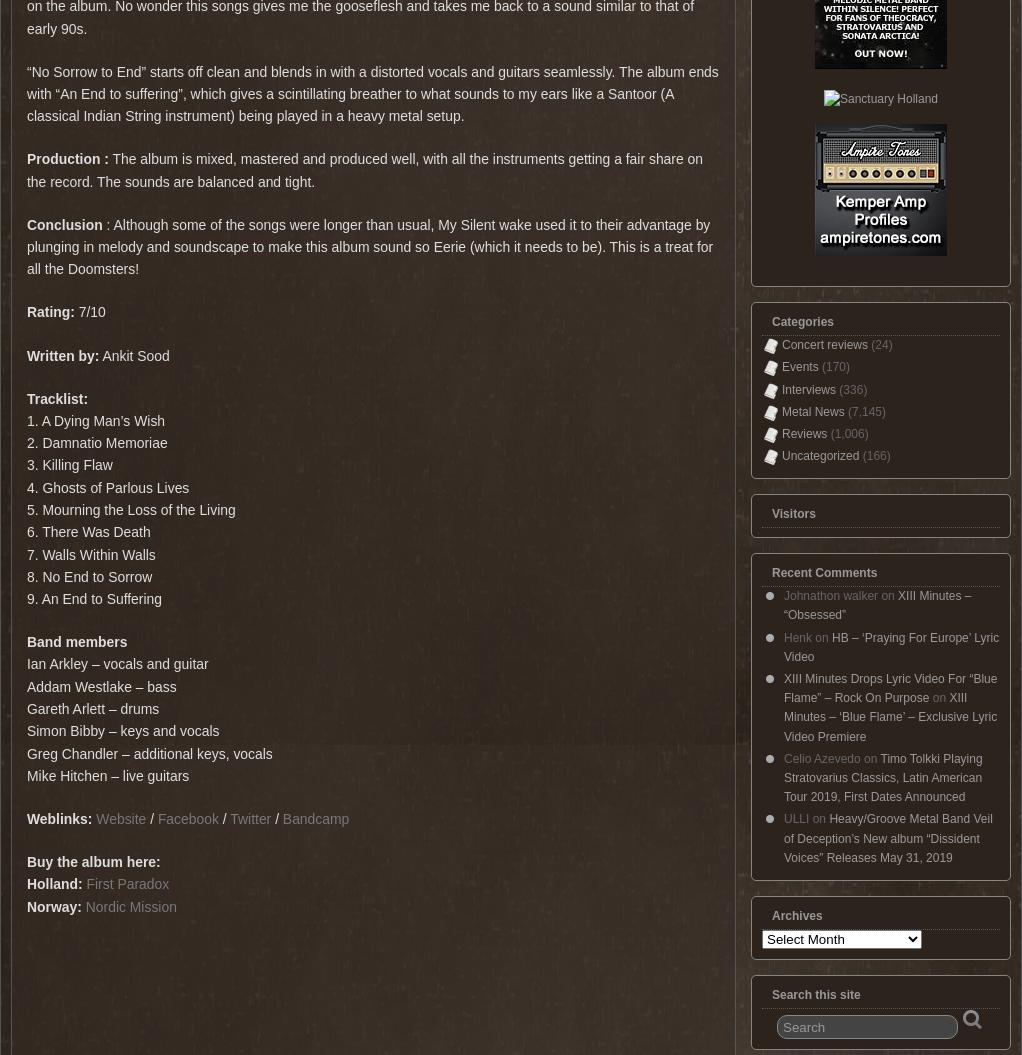 The image size is (1022, 1055). Describe the element at coordinates (829, 595) in the screenshot. I see `'Johnathon walker'` at that location.